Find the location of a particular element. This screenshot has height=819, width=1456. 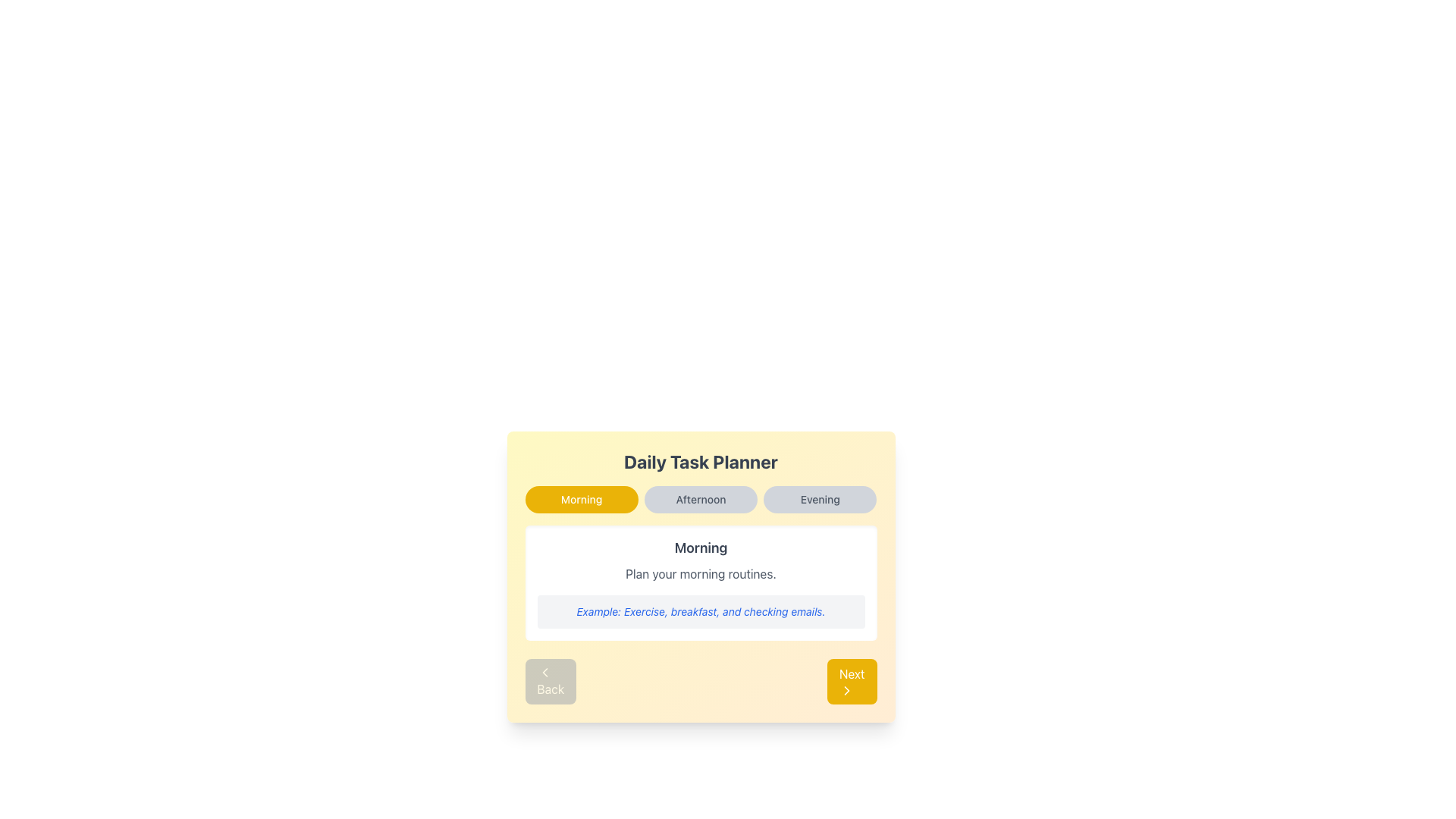

the right-pointing chevron SVG icon which indicates navigational functionality within the 'Next' button at the bottom-right corner of the task planner UI is located at coordinates (846, 690).